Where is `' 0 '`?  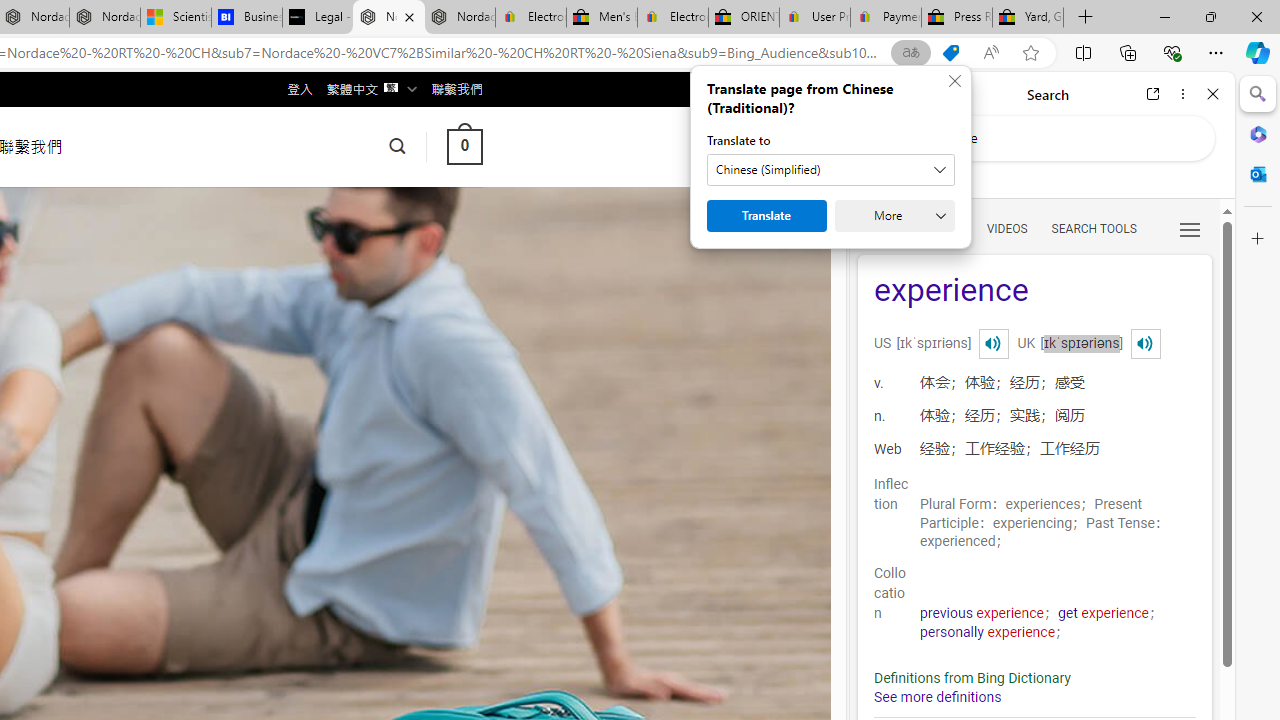 ' 0 ' is located at coordinates (463, 145).